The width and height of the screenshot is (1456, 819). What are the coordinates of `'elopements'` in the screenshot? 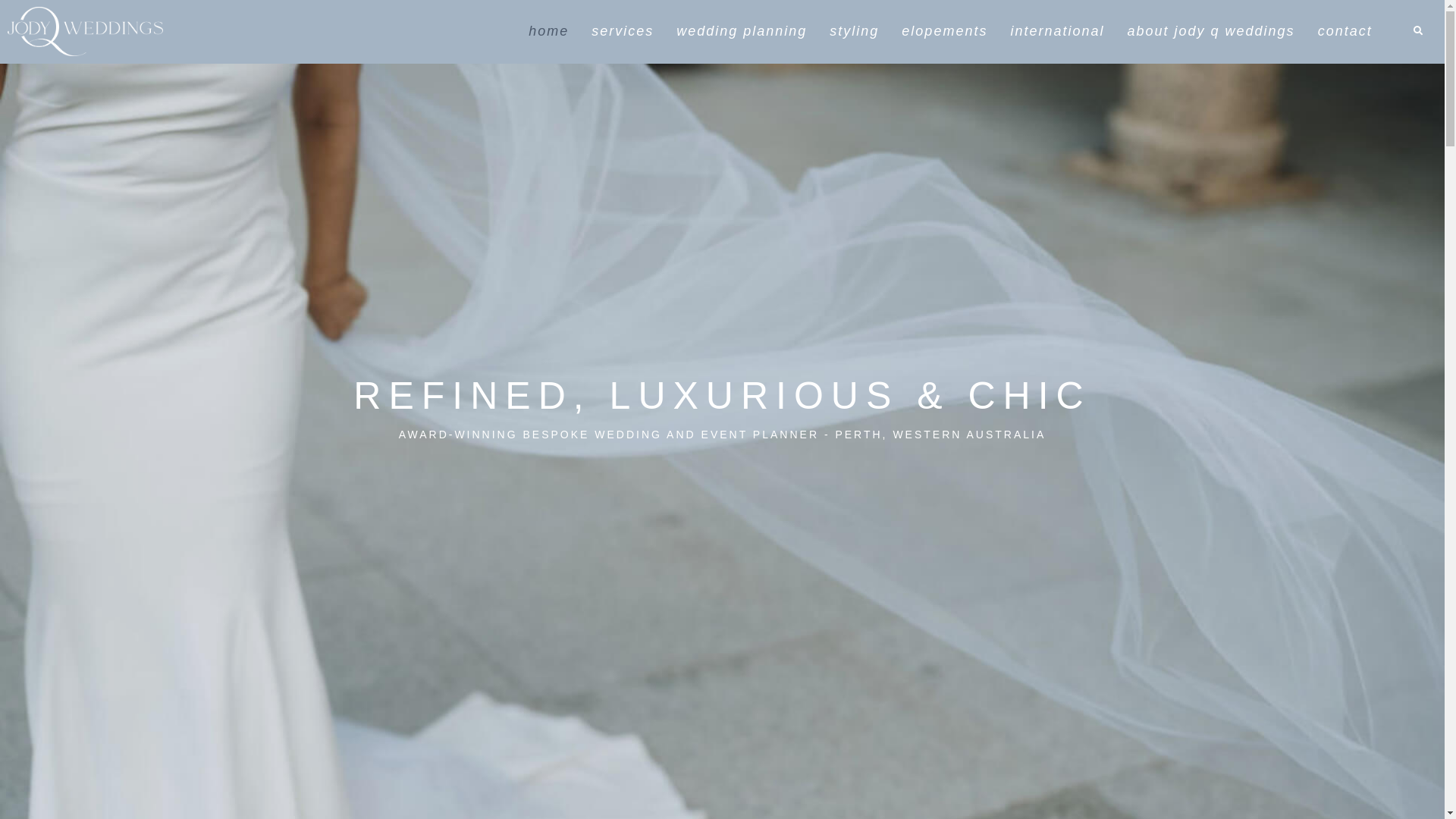 It's located at (943, 31).